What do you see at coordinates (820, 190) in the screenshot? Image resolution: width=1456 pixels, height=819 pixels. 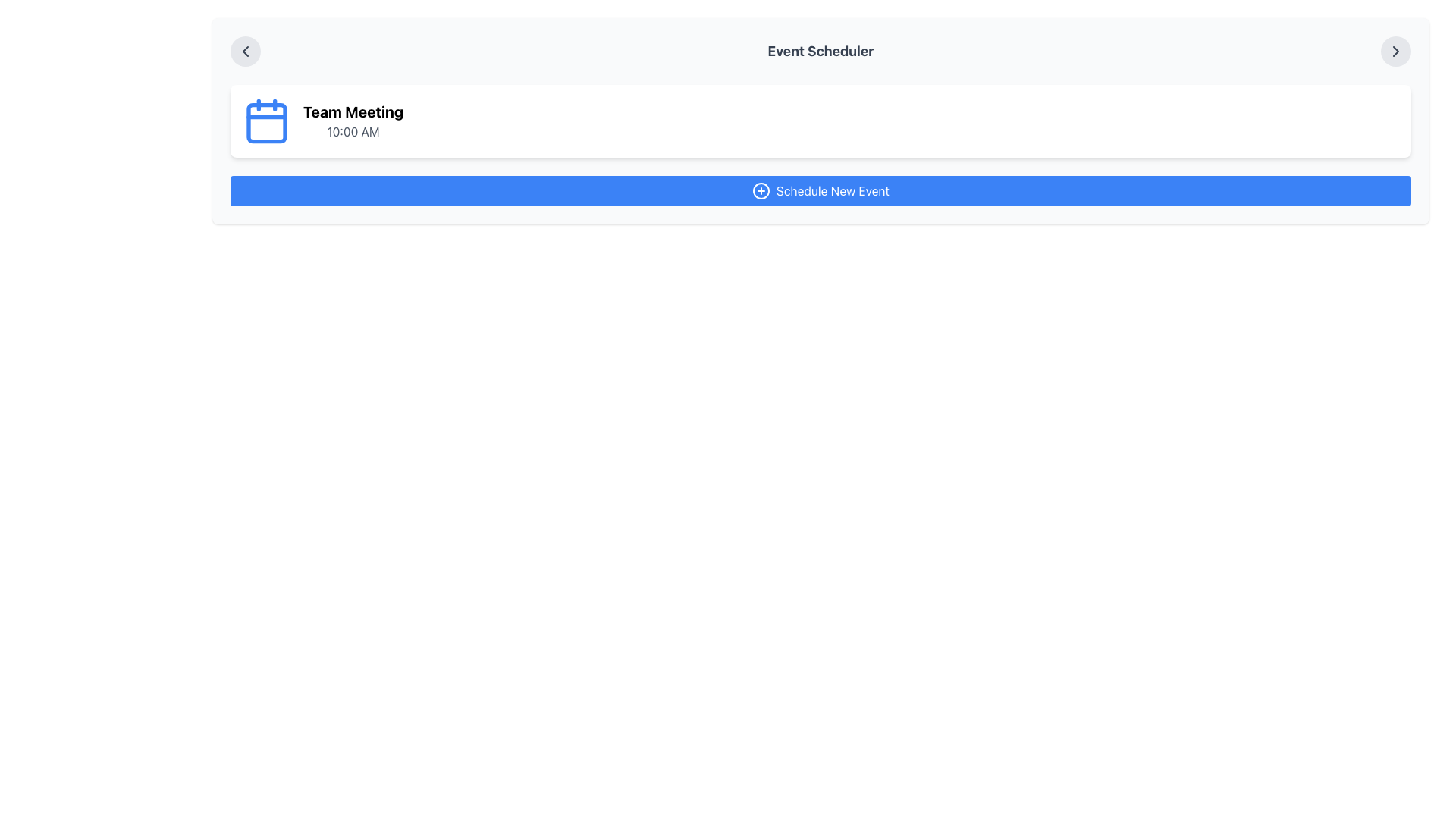 I see `the button located at the bottom of the 'Event Scheduler' section to schedule a new event` at bounding box center [820, 190].